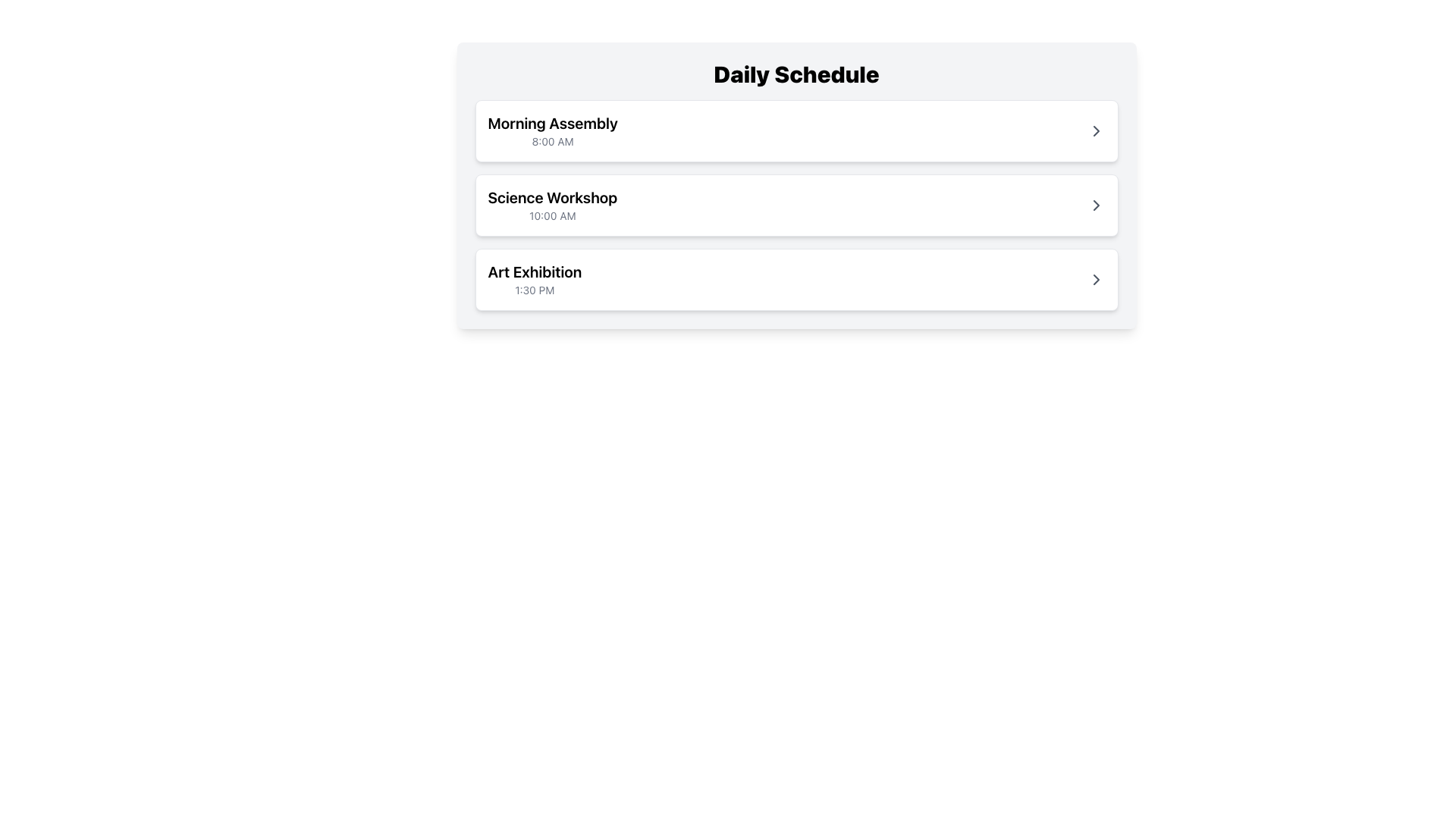 This screenshot has height=819, width=1456. What do you see at coordinates (552, 122) in the screenshot?
I see `the heading labeled 'Morning Assembly', which is styled with a large bold font and is the first item in a vertical schedule list, positioned above the time label '8:00 AM'` at bounding box center [552, 122].